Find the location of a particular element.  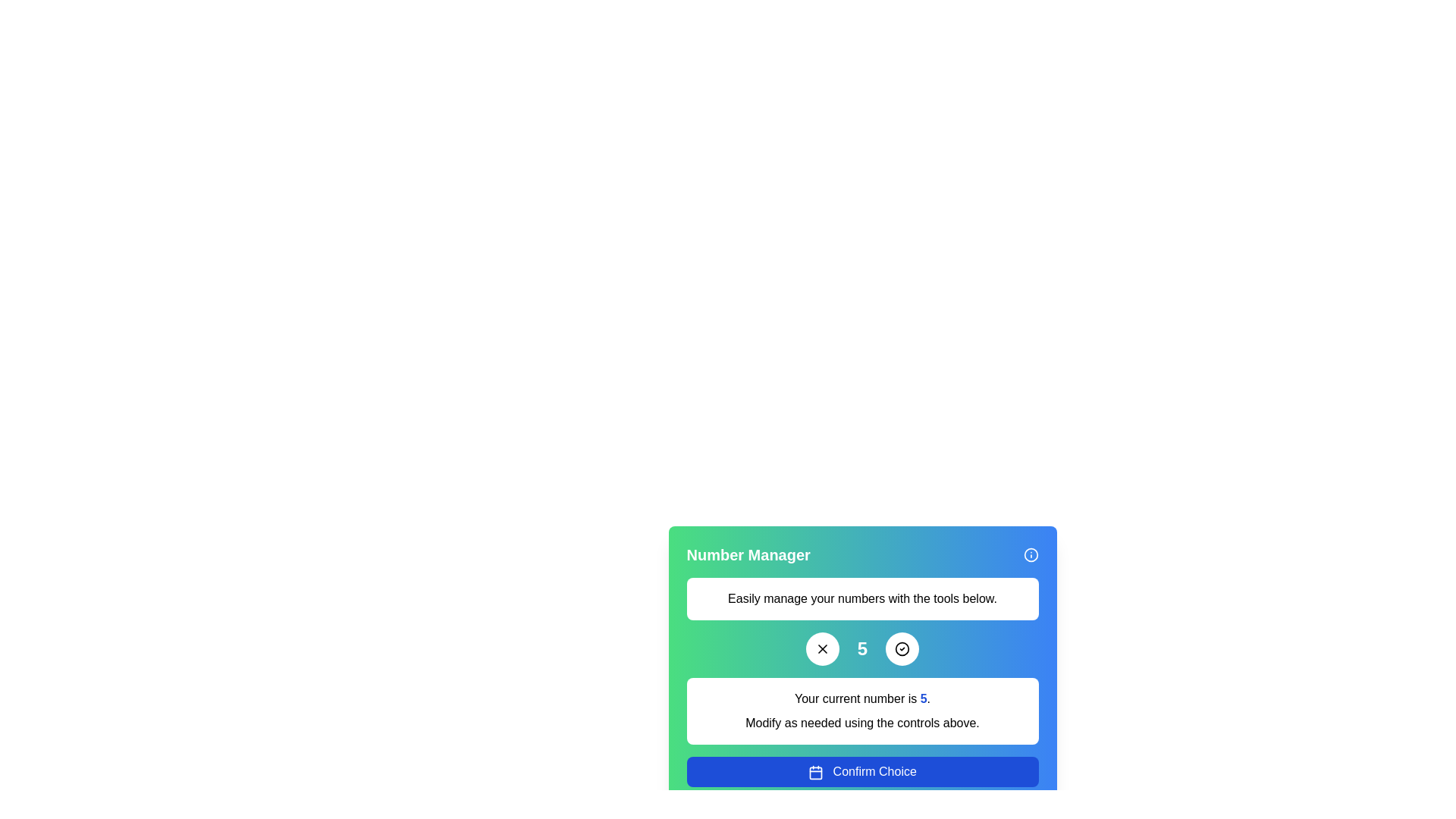

the decrement Icon button located to the left of the number '5' in the numeric control section of the dialog box is located at coordinates (821, 648).